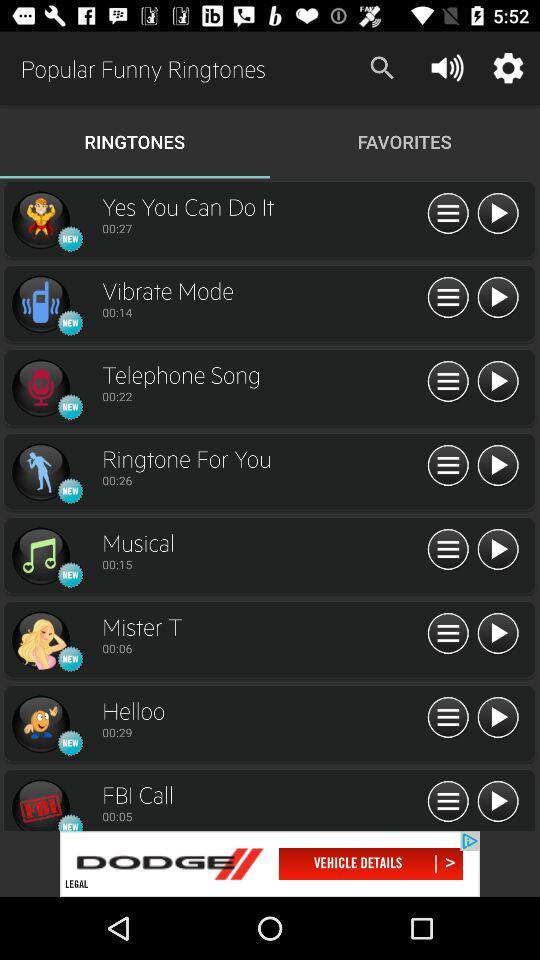 This screenshot has width=540, height=960. Describe the element at coordinates (40, 556) in the screenshot. I see `music play option` at that location.